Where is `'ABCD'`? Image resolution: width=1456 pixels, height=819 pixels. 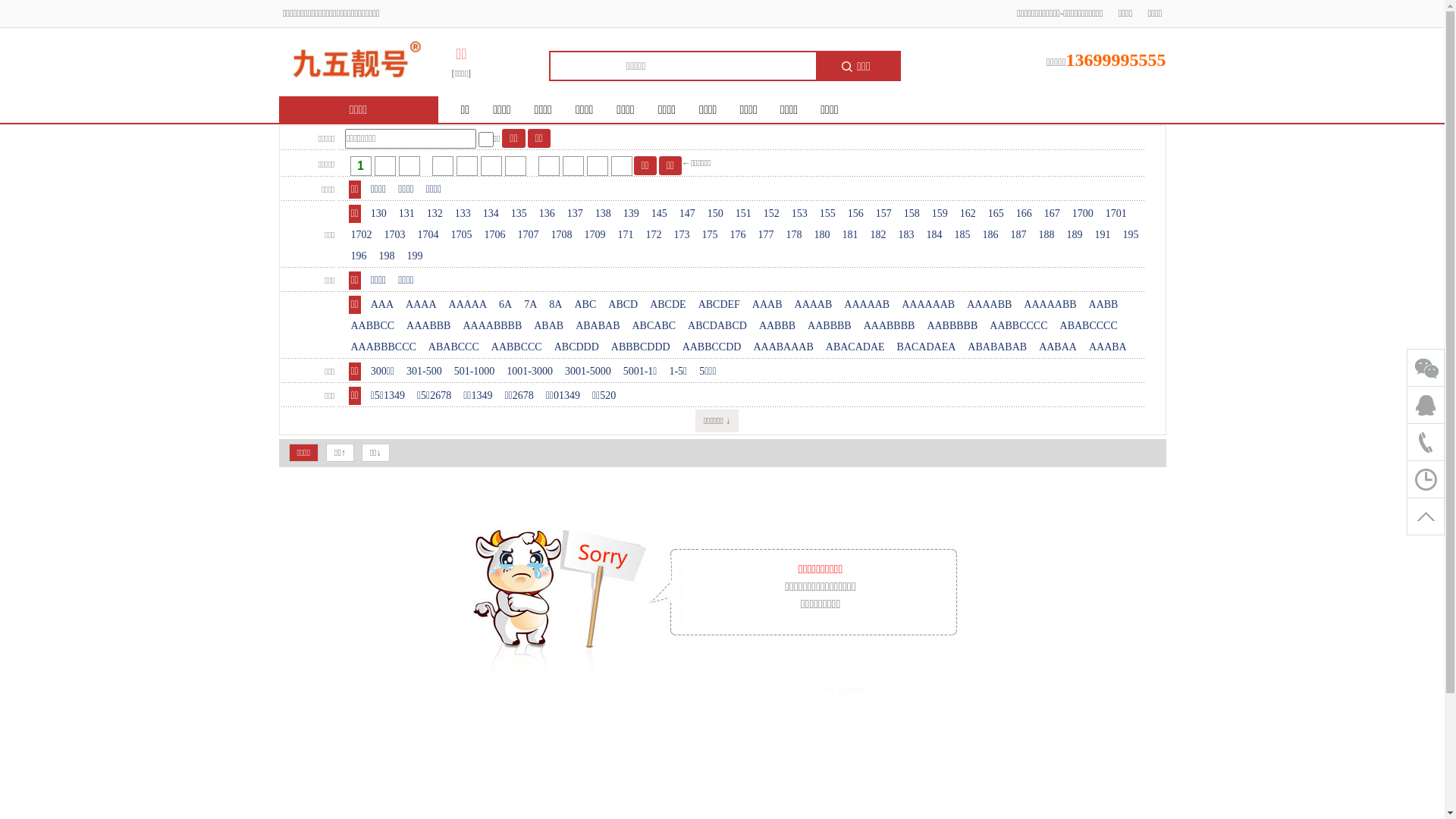 'ABCD' is located at coordinates (623, 304).